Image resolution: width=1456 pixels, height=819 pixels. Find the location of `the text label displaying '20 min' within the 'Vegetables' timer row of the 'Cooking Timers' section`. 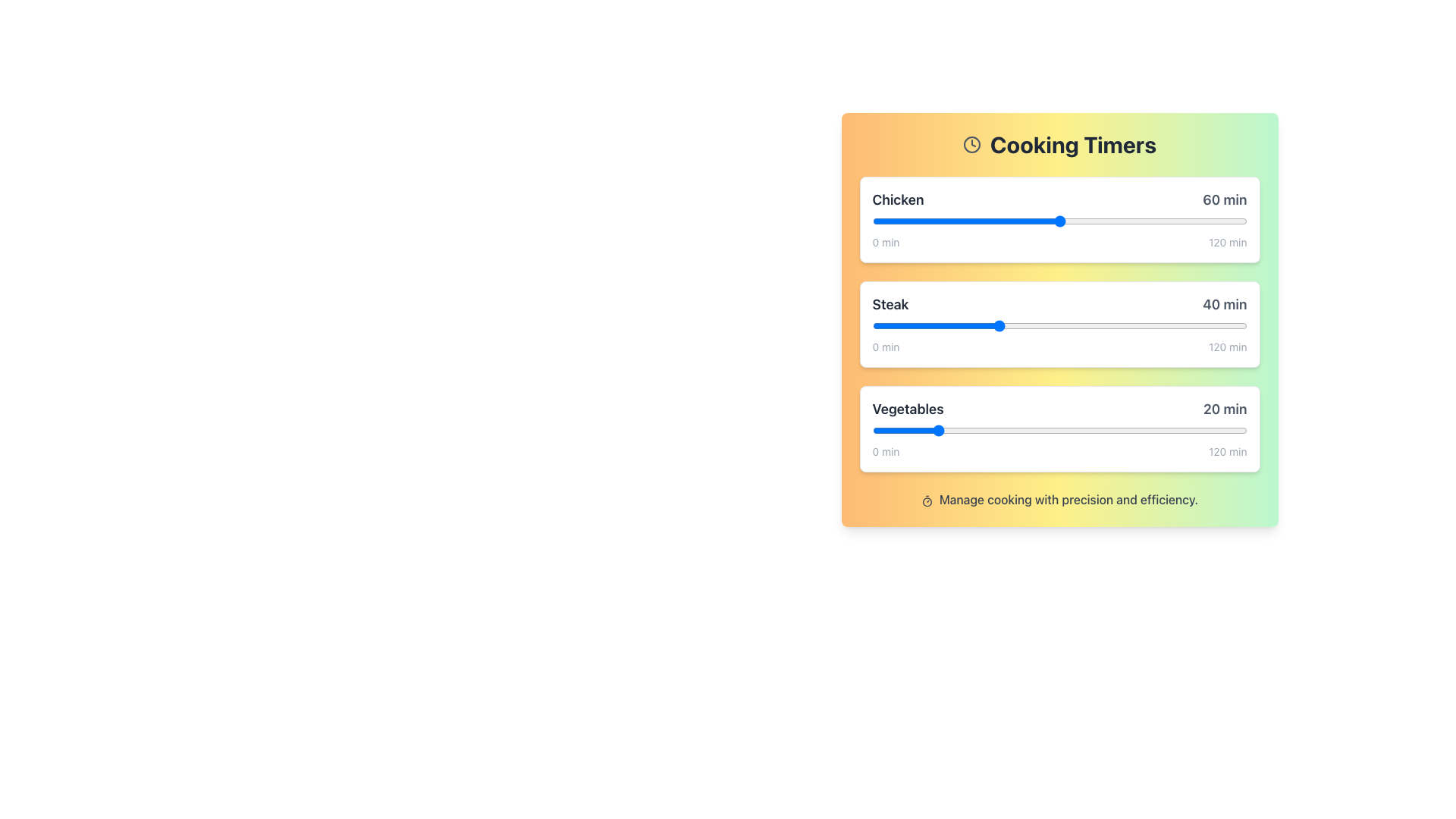

the text label displaying '20 min' within the 'Vegetables' timer row of the 'Cooking Timers' section is located at coordinates (1225, 409).